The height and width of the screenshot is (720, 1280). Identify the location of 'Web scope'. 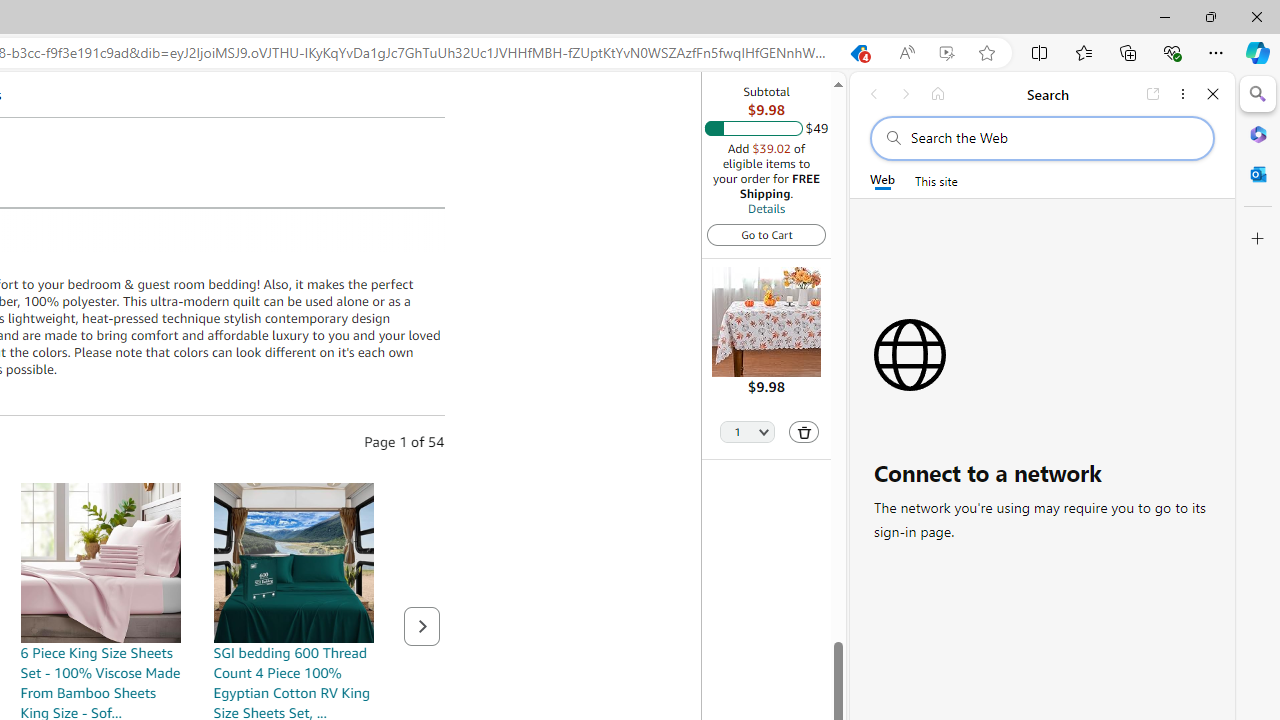
(881, 180).